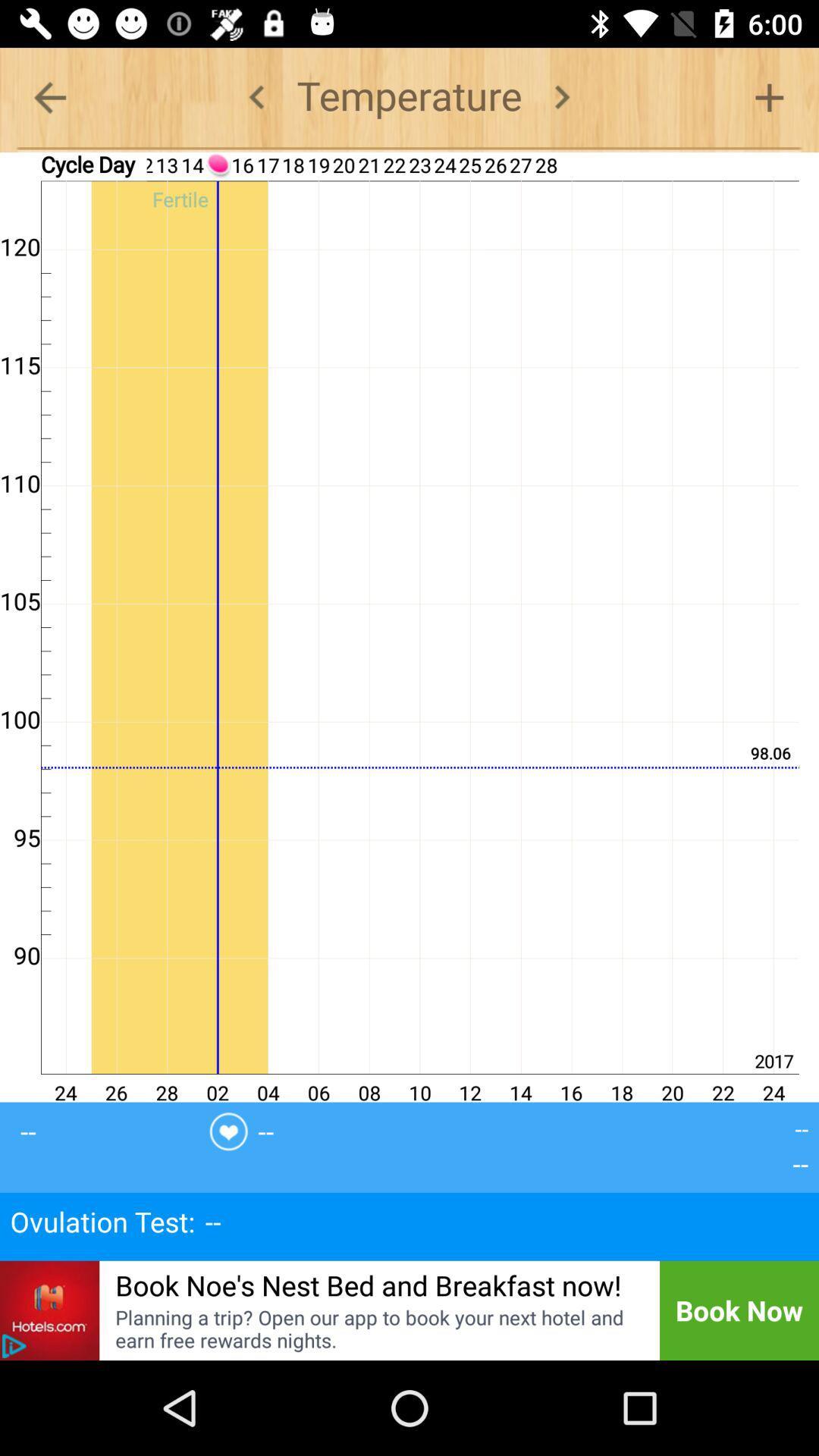  I want to click on the icon next to planning a trip icon, so click(14, 1346).